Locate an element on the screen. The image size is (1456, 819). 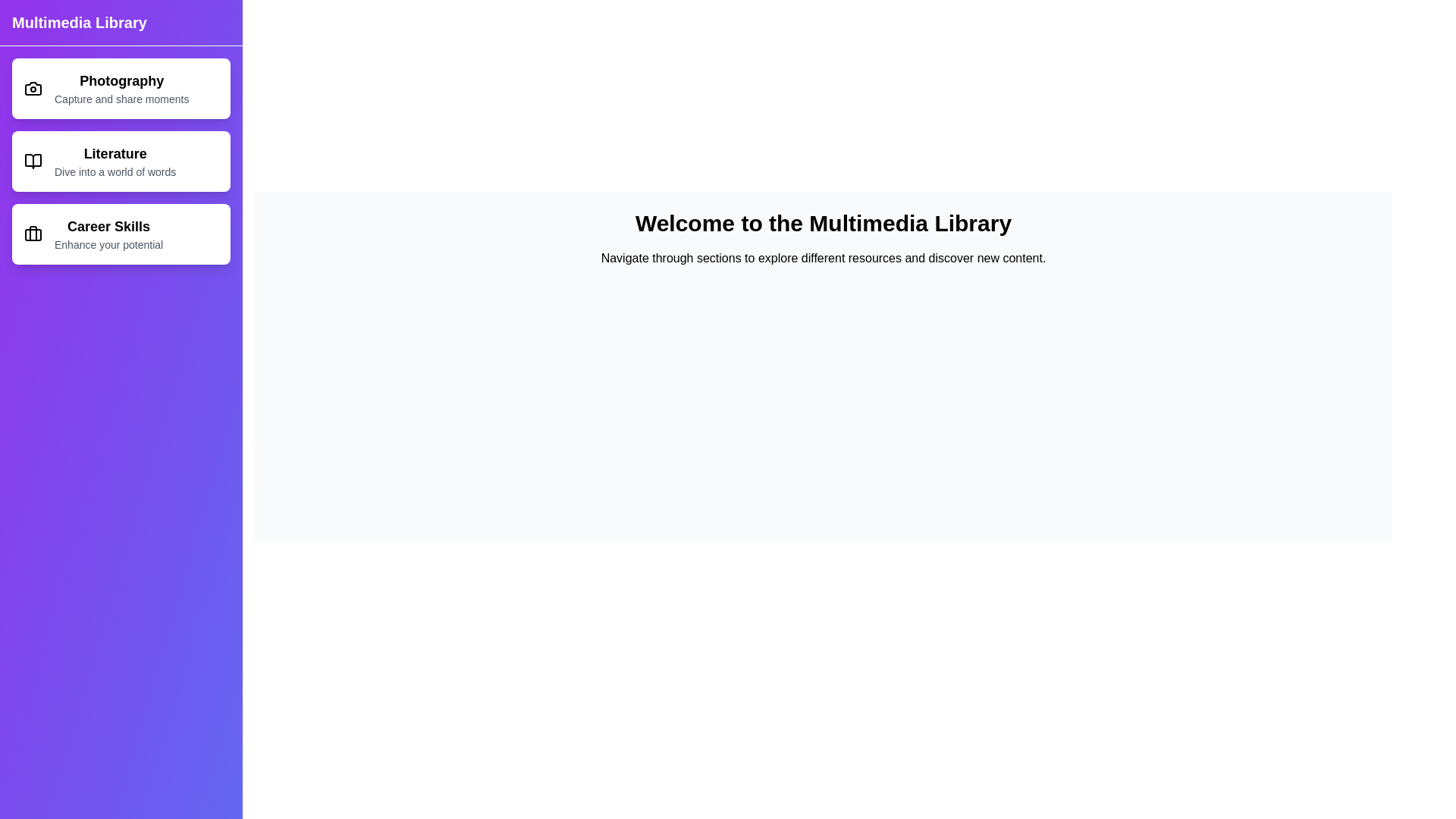
the Literature section to view its details is located at coordinates (120, 161).